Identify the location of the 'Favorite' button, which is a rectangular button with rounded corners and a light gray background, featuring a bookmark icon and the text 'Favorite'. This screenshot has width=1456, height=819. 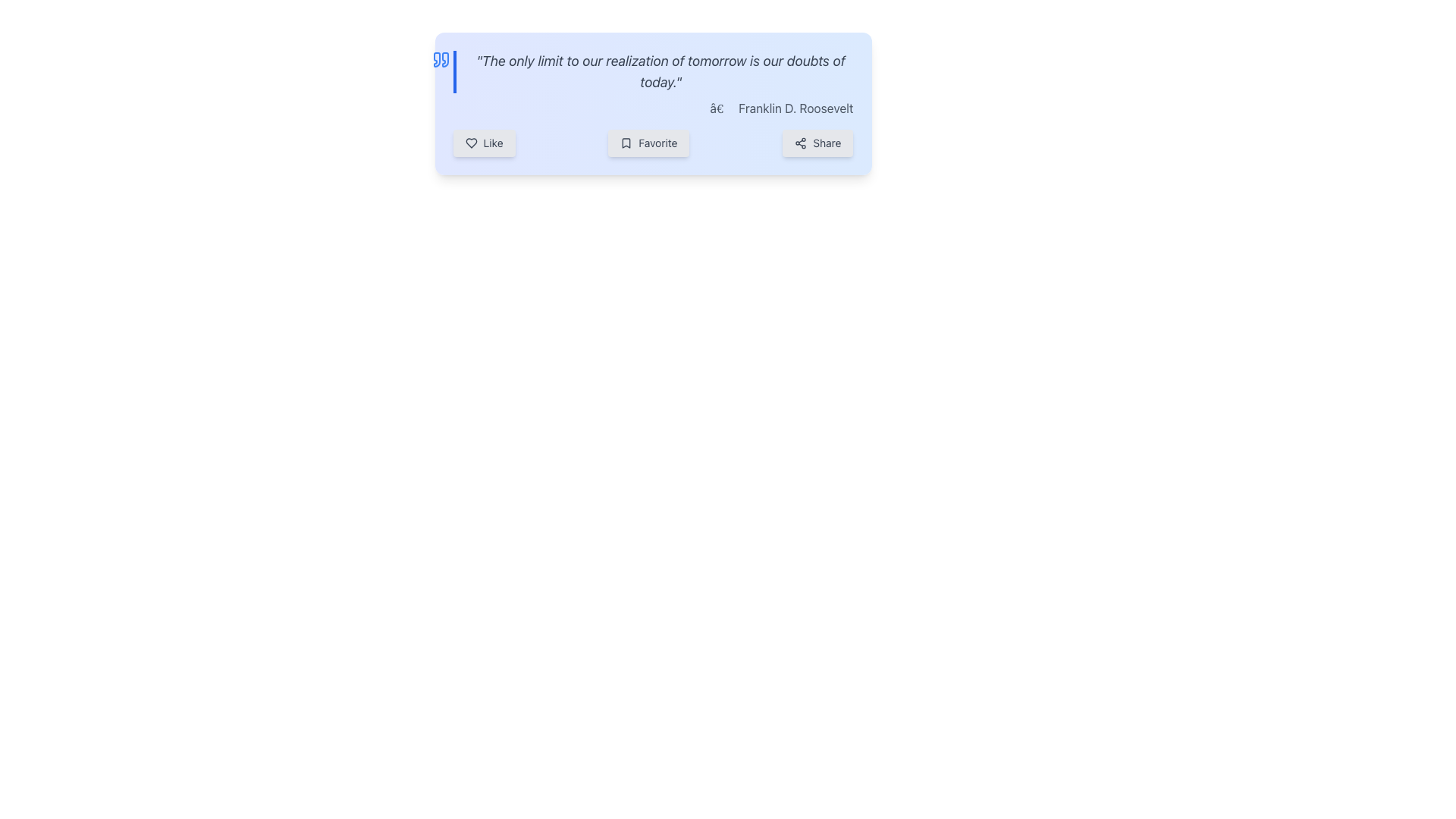
(648, 143).